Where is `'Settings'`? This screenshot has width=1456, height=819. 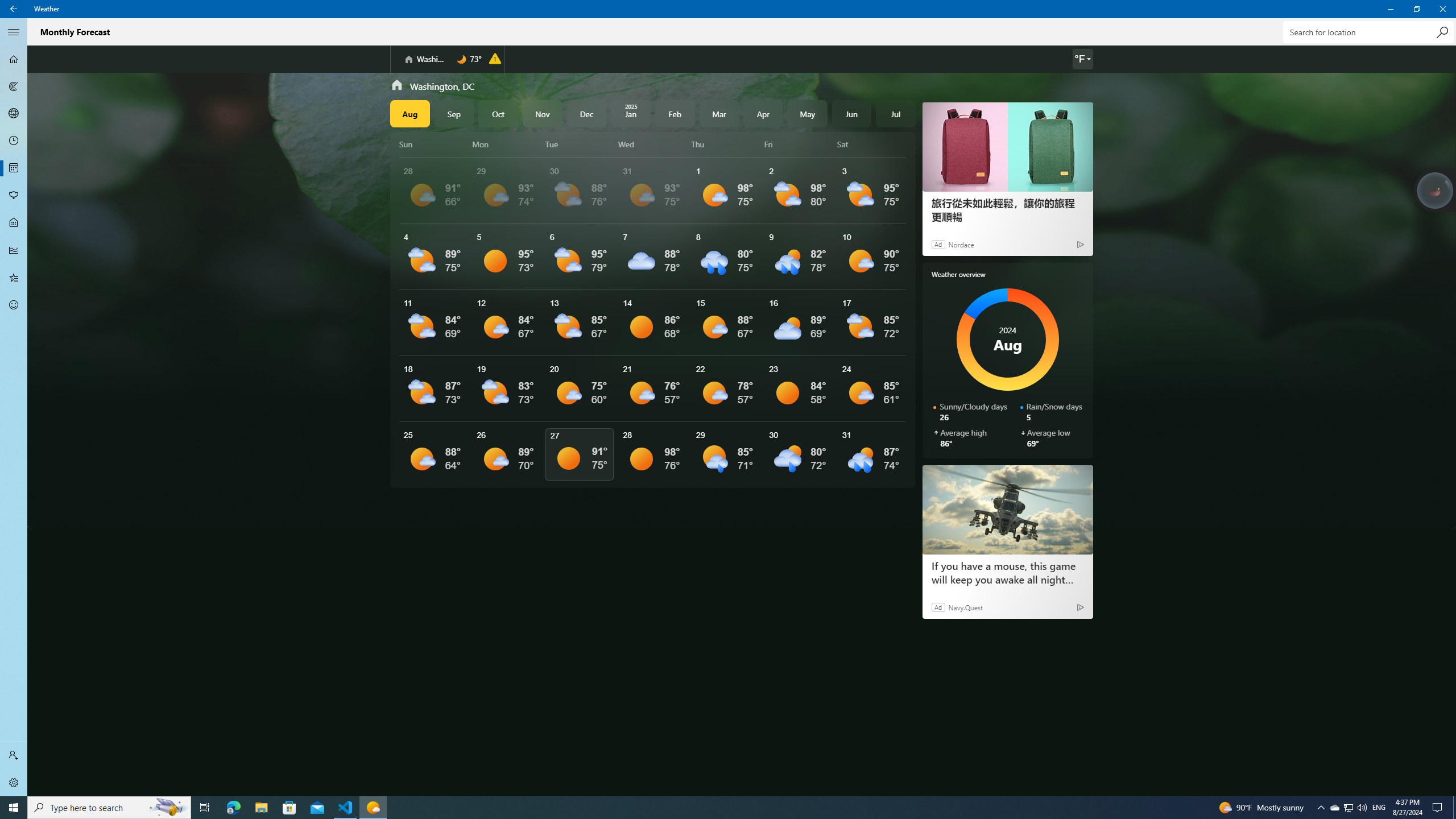
'Settings' is located at coordinates (14, 781).